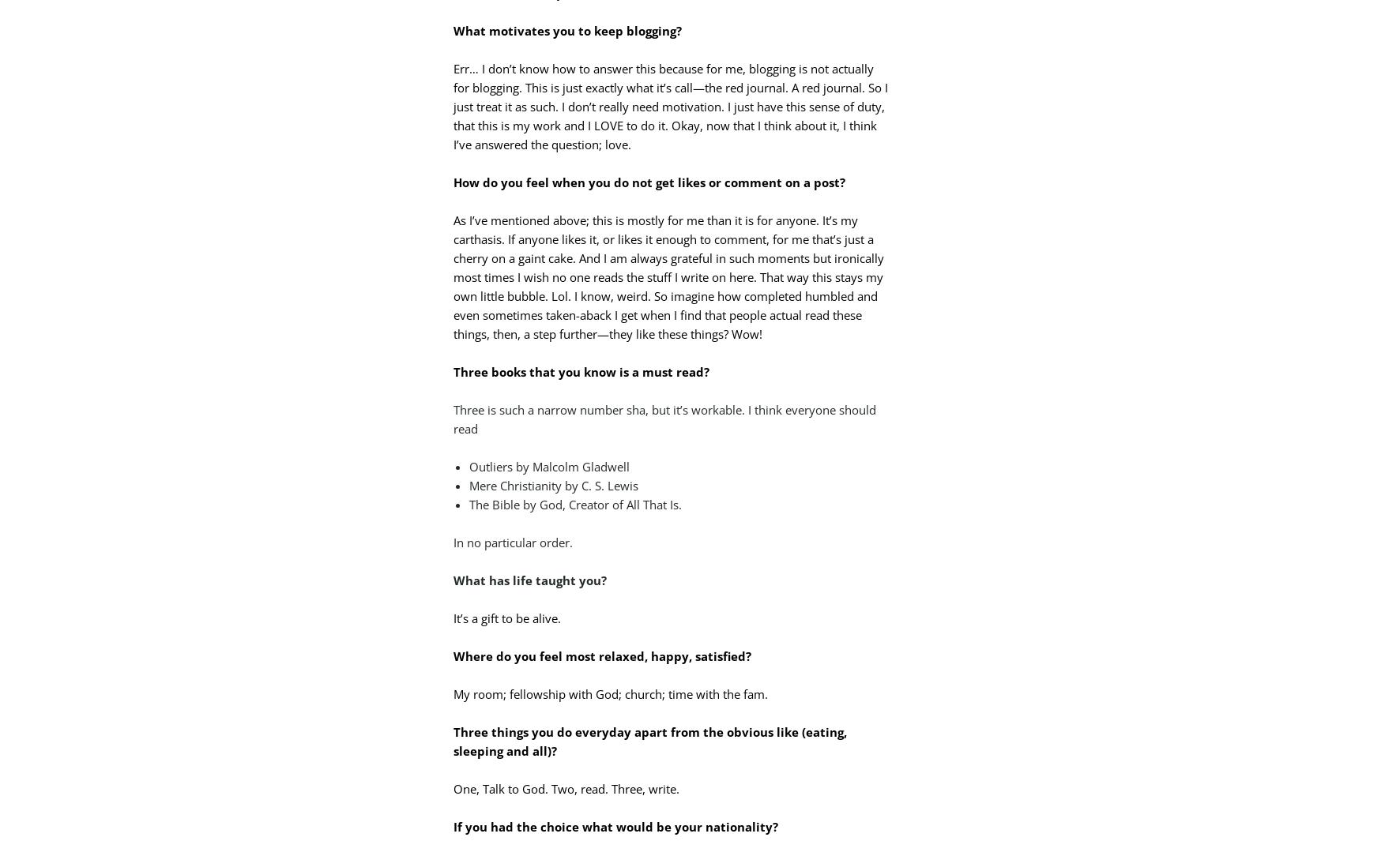 The width and height of the screenshot is (1400, 841). I want to click on 'What has life taught you?', so click(529, 579).